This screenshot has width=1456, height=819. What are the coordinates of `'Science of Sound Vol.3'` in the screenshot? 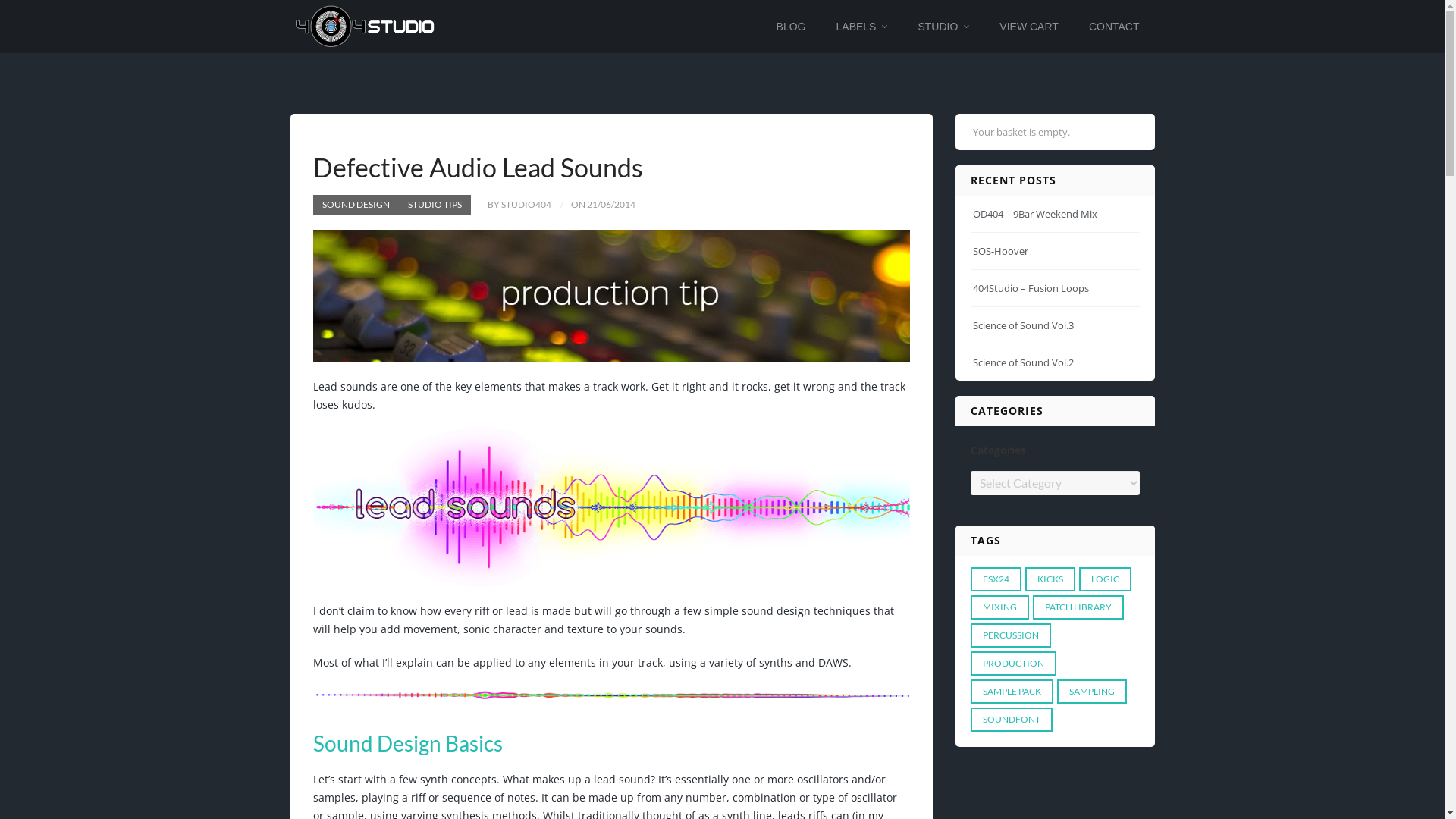 It's located at (1023, 324).